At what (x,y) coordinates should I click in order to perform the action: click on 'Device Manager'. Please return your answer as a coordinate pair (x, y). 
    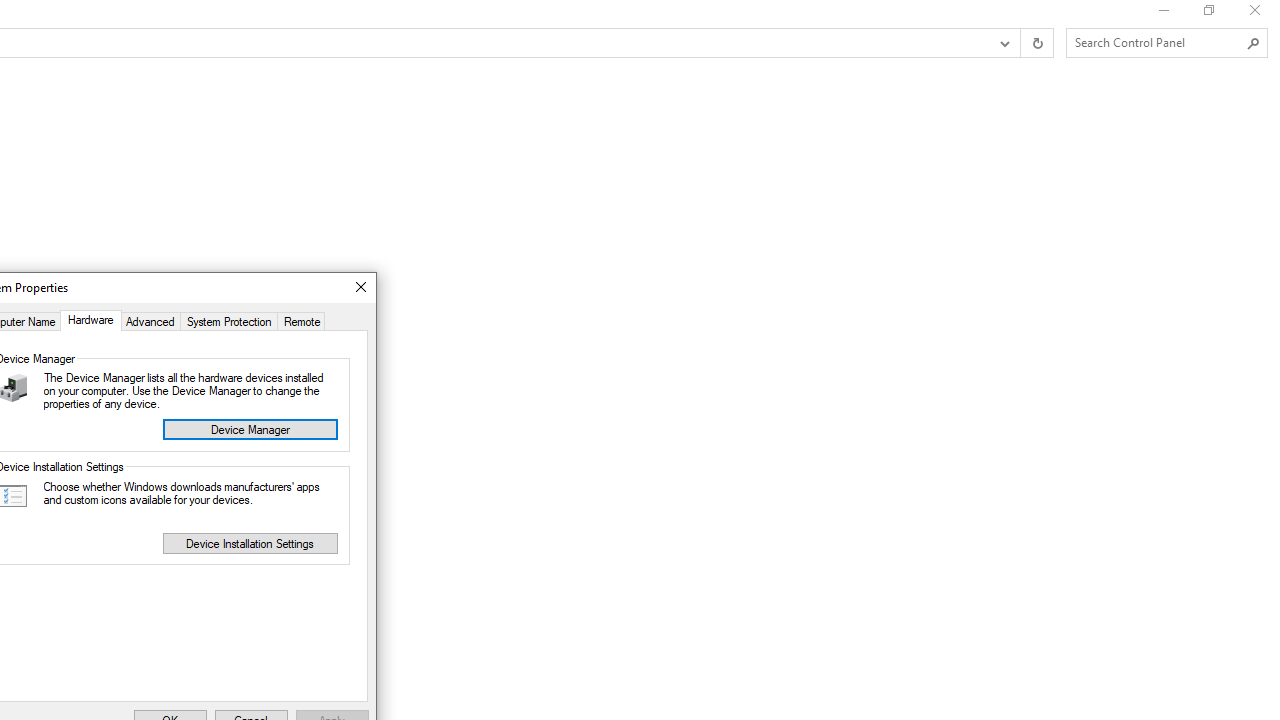
    Looking at the image, I should click on (249, 428).